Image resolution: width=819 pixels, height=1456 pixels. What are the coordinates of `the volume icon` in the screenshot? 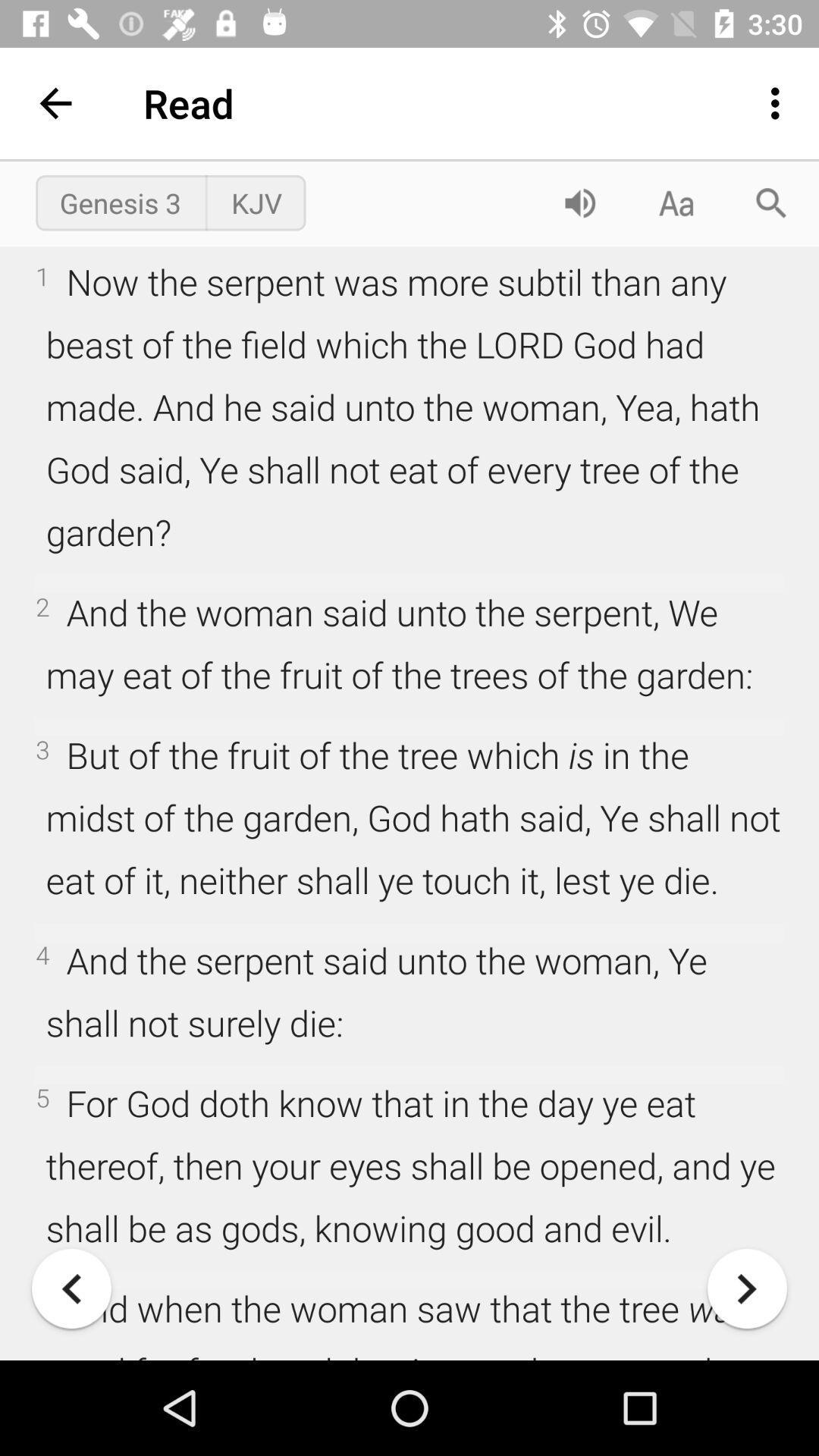 It's located at (579, 202).